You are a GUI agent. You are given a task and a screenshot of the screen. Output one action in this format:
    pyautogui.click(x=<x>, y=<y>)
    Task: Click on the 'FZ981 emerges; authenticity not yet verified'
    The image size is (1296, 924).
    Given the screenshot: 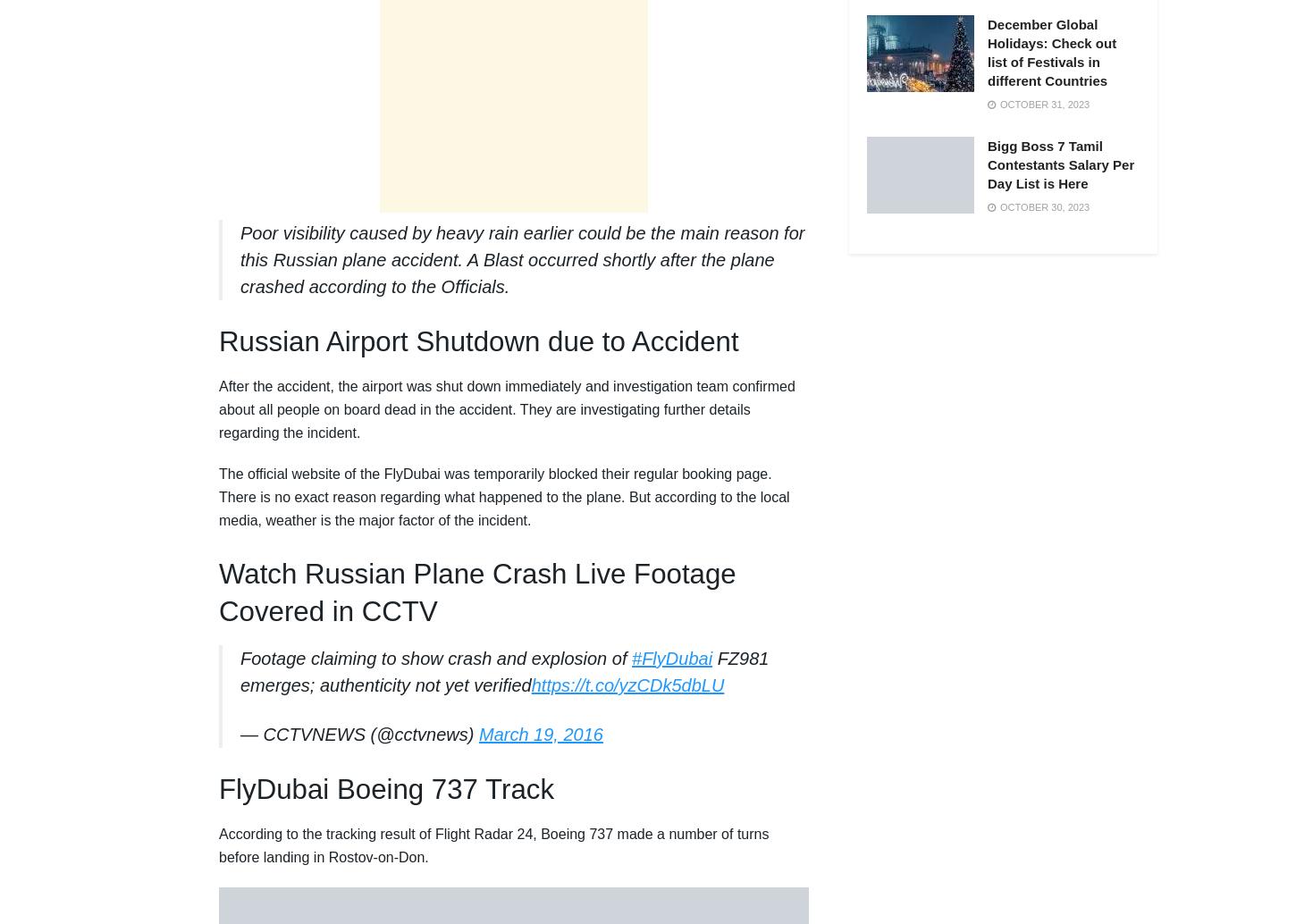 What is the action you would take?
    pyautogui.click(x=504, y=672)
    